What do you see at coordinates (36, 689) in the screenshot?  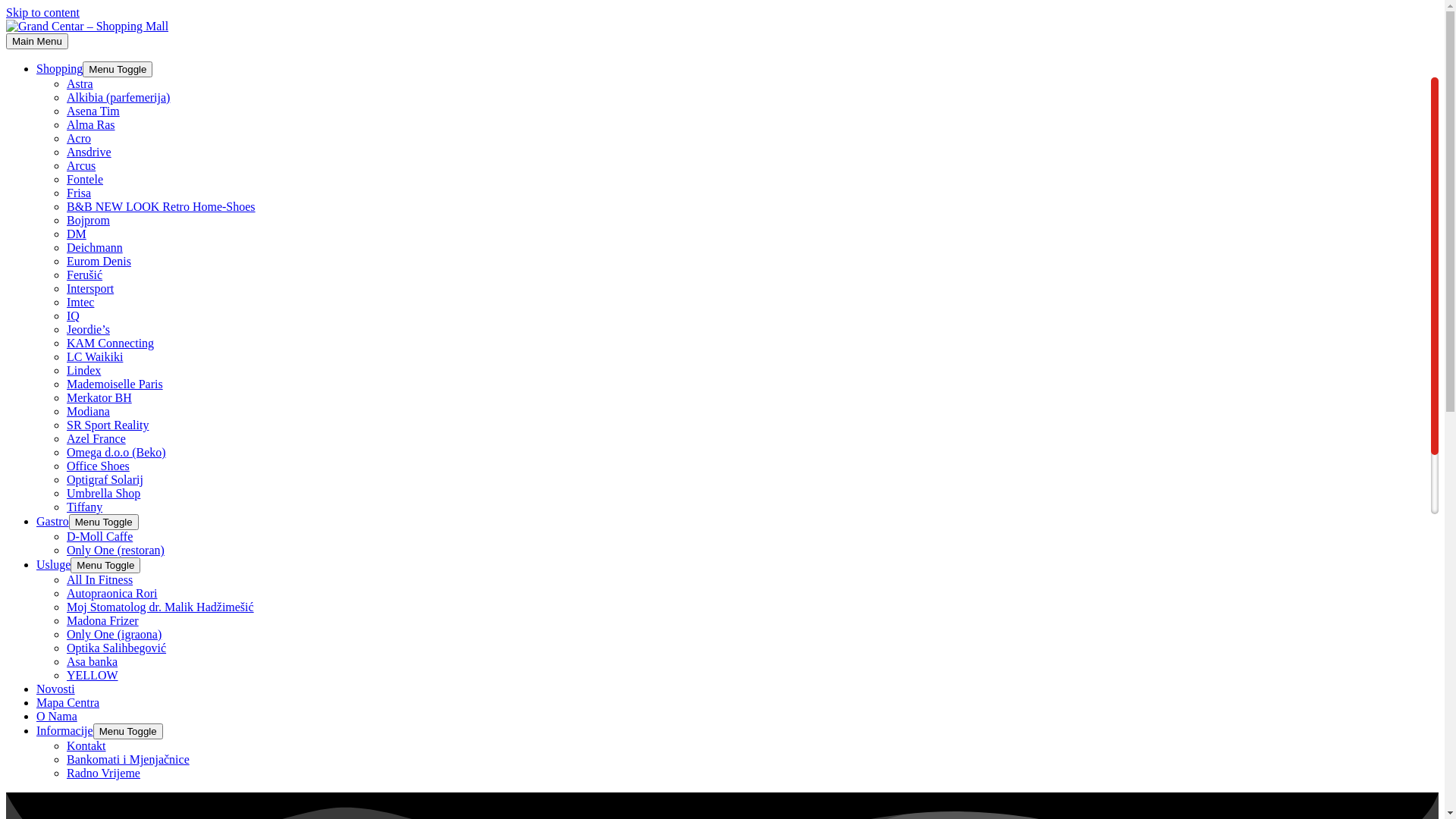 I see `'Novosti'` at bounding box center [36, 689].